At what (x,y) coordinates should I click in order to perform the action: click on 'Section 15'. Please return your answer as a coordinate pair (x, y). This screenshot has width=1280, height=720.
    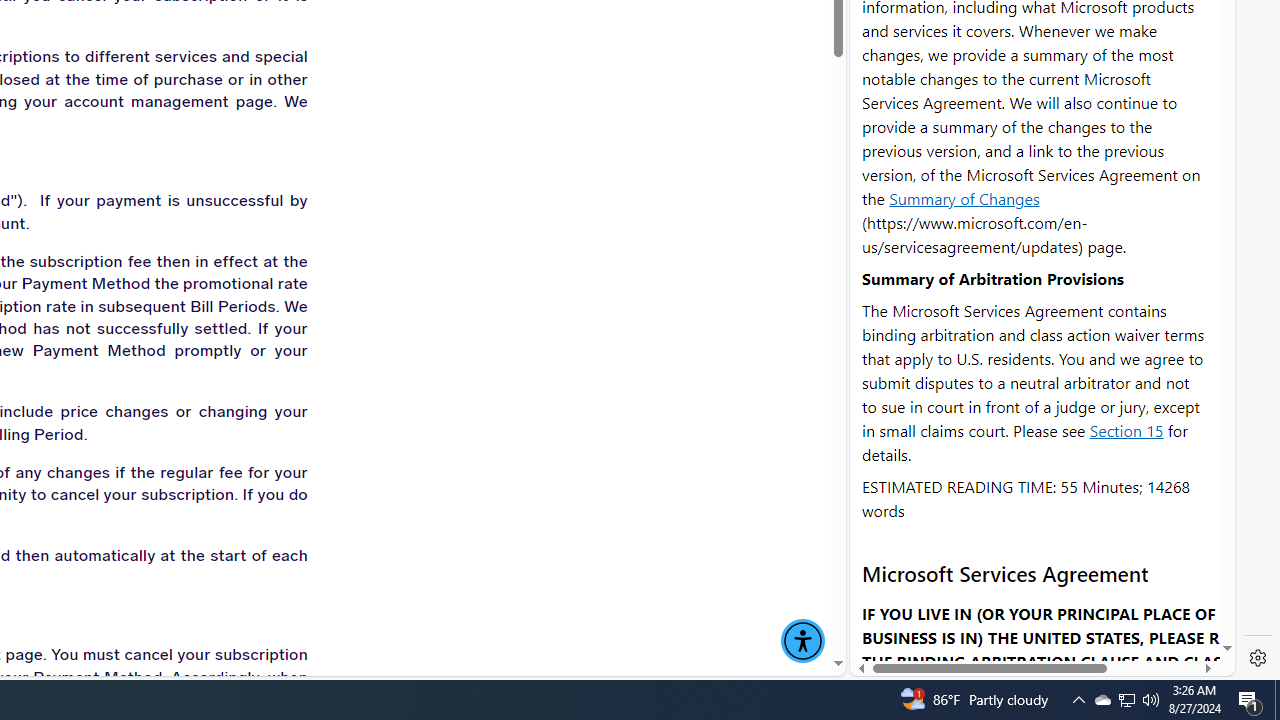
    Looking at the image, I should click on (1126, 429).